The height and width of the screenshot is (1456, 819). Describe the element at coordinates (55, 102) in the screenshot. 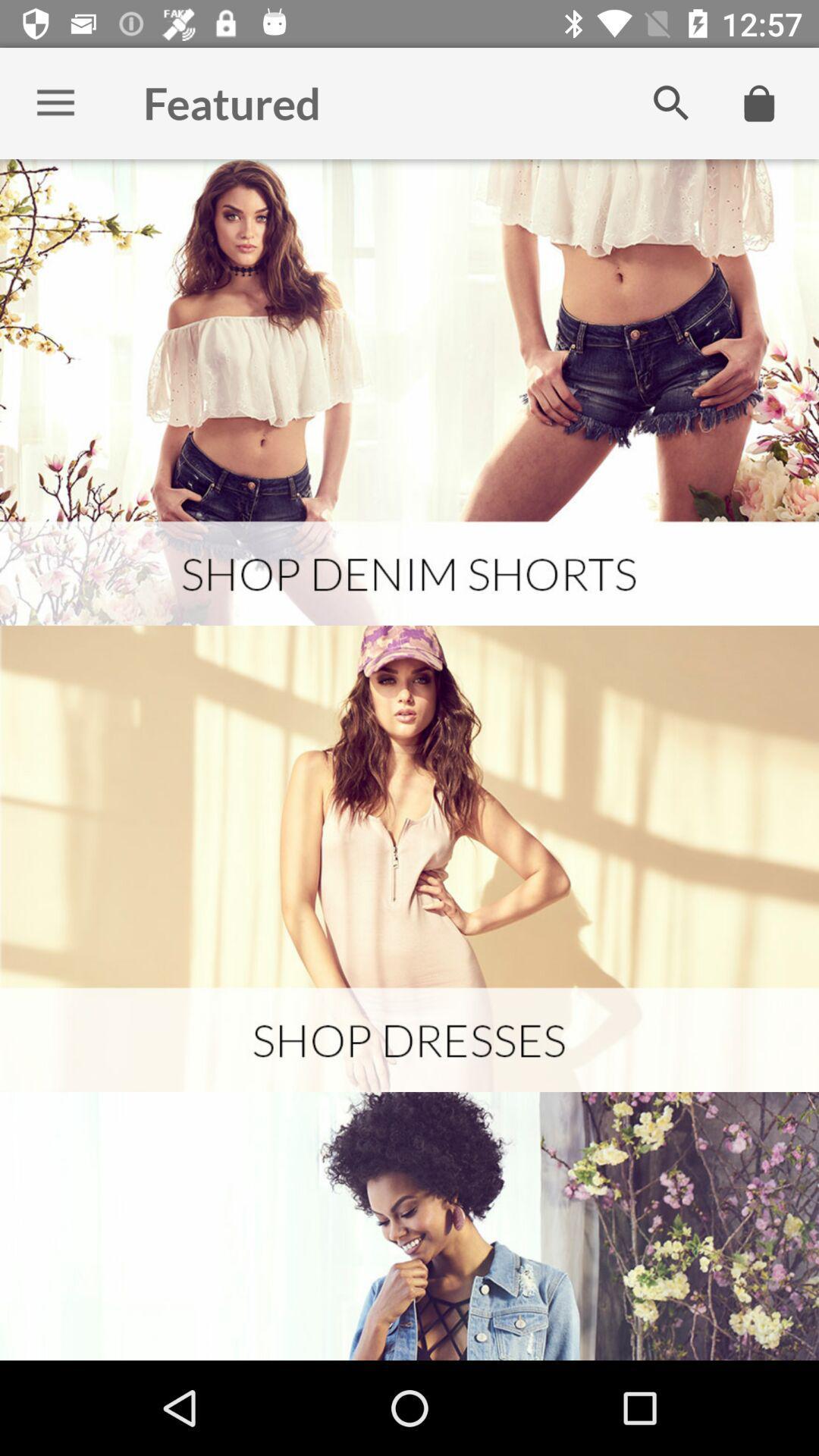

I see `options button` at that location.